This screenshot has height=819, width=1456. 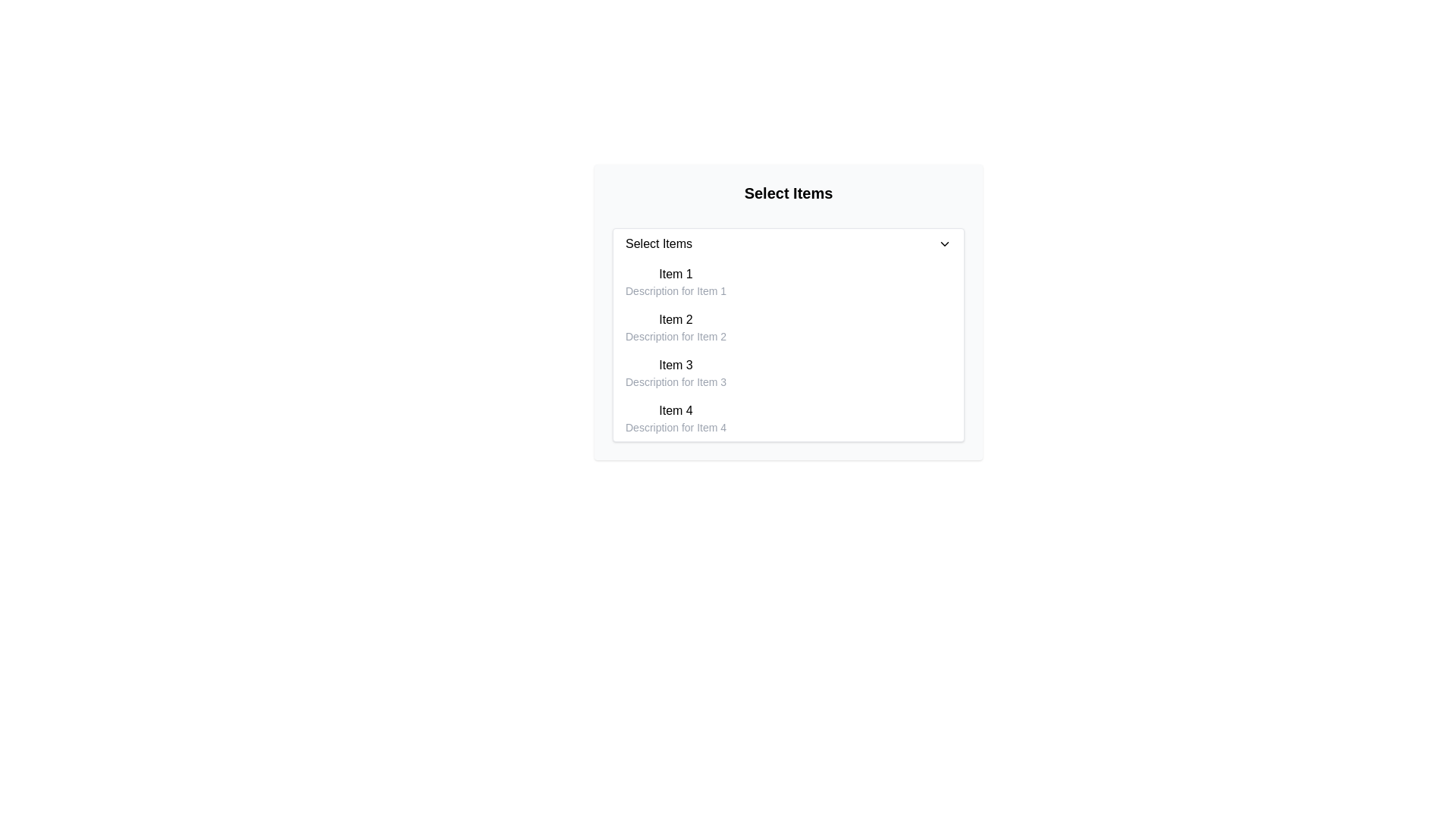 What do you see at coordinates (675, 318) in the screenshot?
I see `the text label displaying 'Item 2', which is the second entry in a selectable dropdown list under the header 'Select Items'` at bounding box center [675, 318].